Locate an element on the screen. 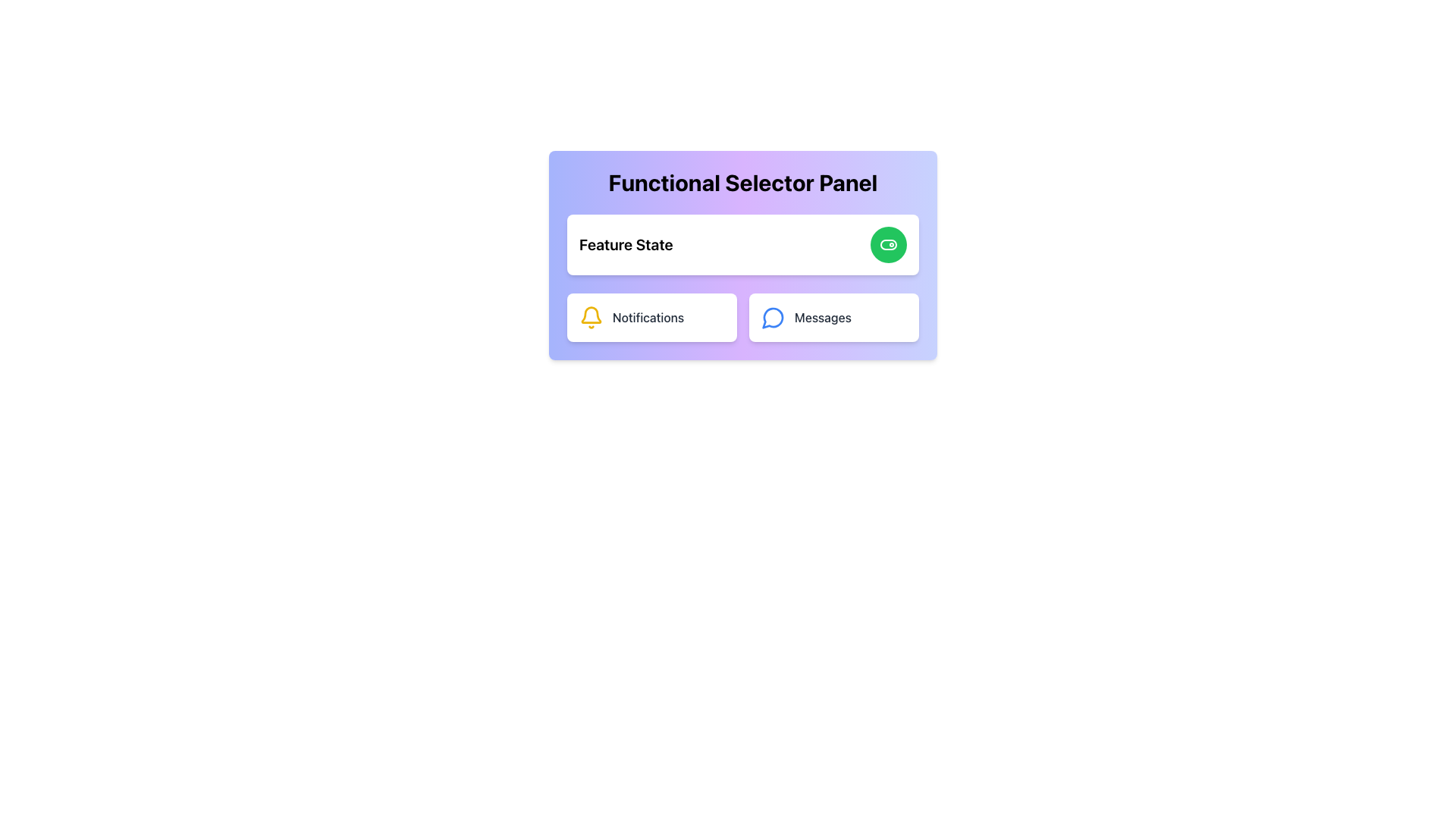 The image size is (1456, 819). the bell icon representing the 'Notifications' section, located on the leftmost side of the Notifications panel is located at coordinates (590, 317).